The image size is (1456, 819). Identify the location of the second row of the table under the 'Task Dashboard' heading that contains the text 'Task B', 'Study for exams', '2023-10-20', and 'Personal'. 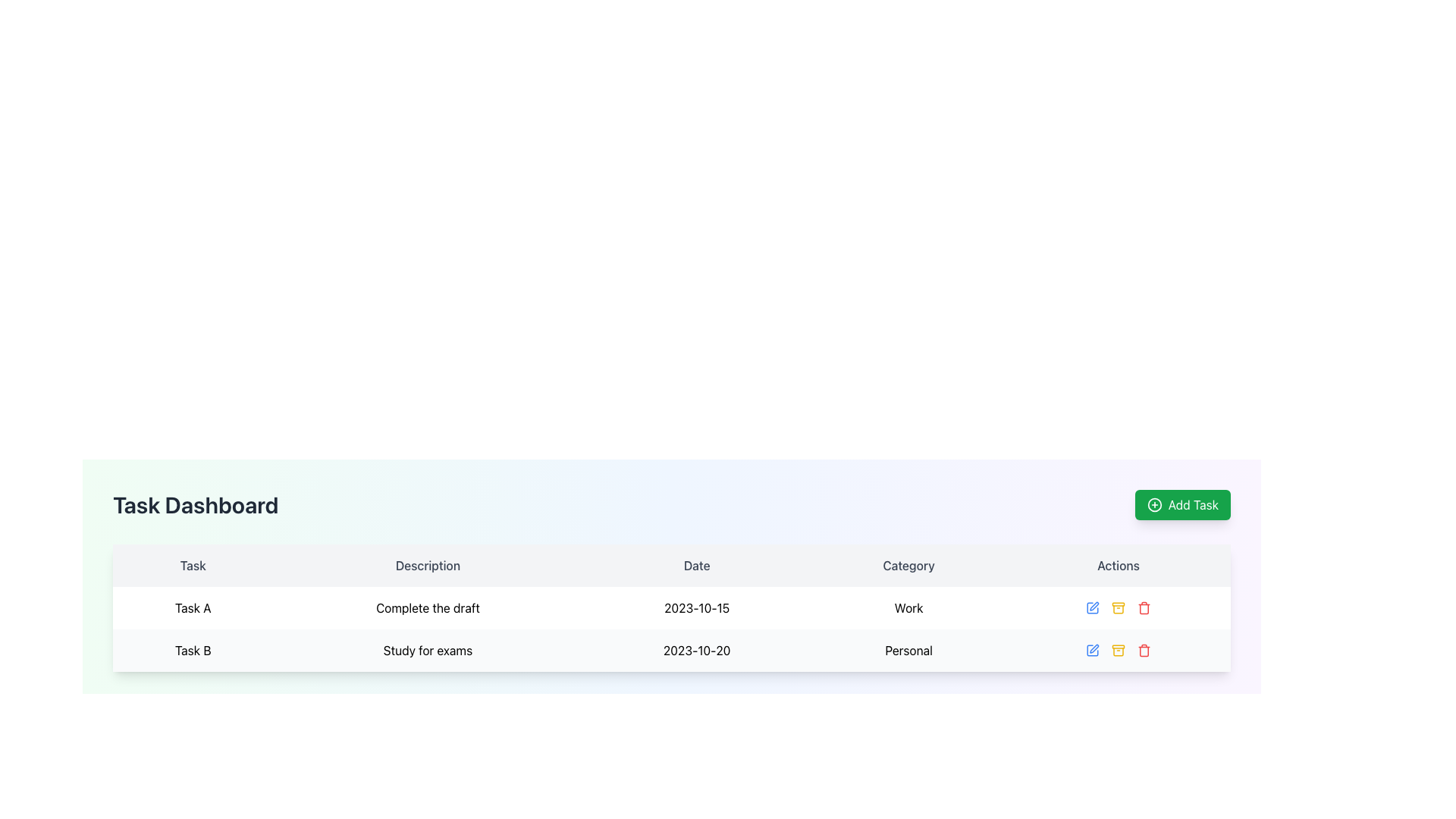
(671, 649).